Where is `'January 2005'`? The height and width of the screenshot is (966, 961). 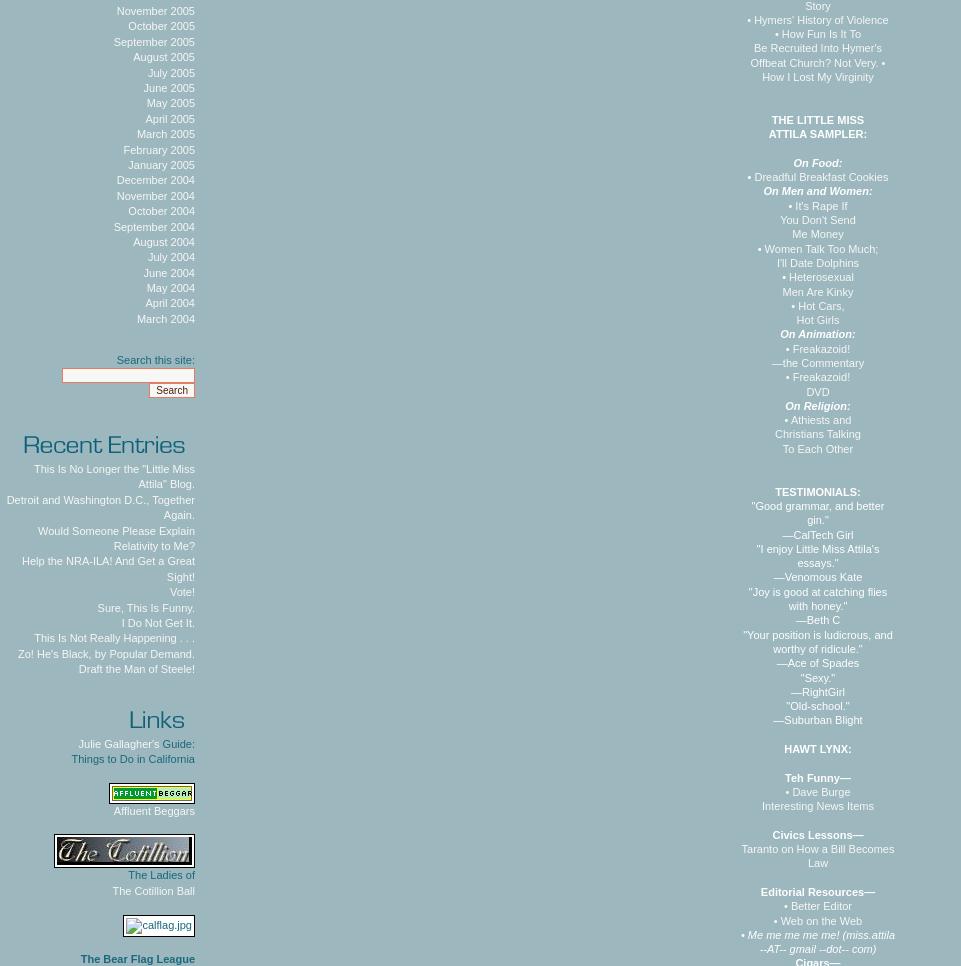 'January 2005' is located at coordinates (161, 163).